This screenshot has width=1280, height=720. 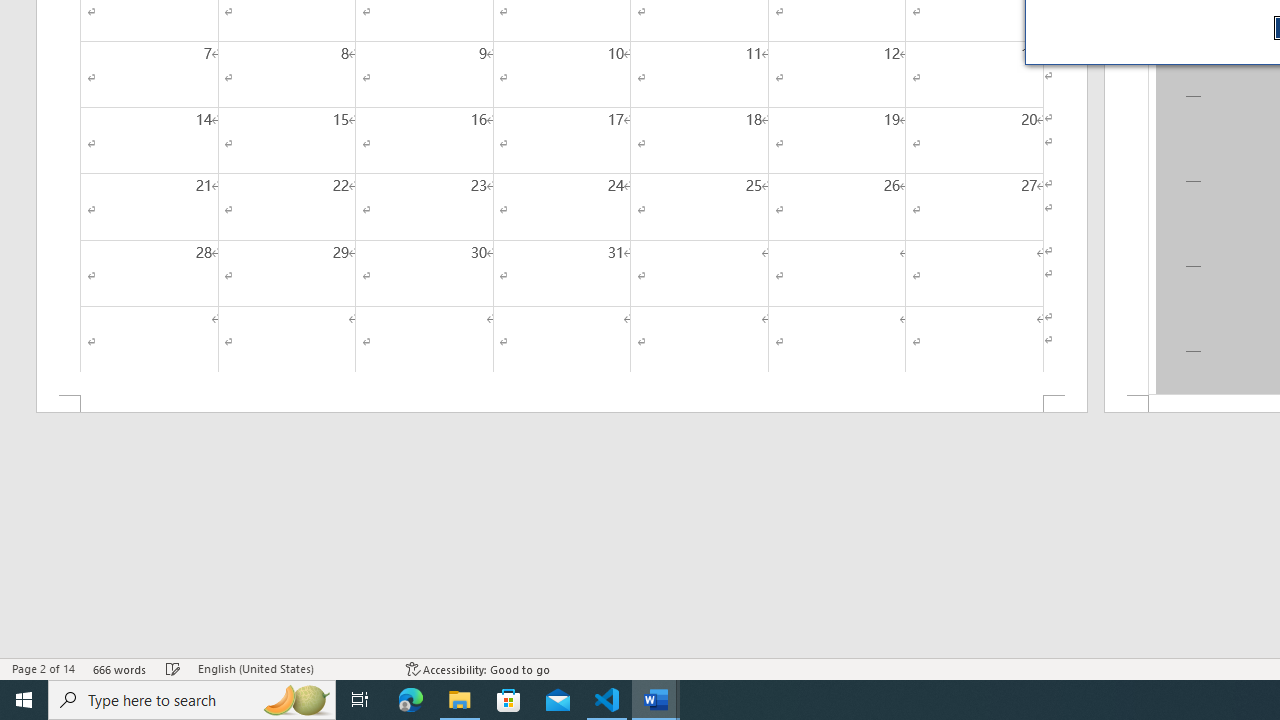 I want to click on 'Accessibility Checker Accessibility: Good to go', so click(x=477, y=669).